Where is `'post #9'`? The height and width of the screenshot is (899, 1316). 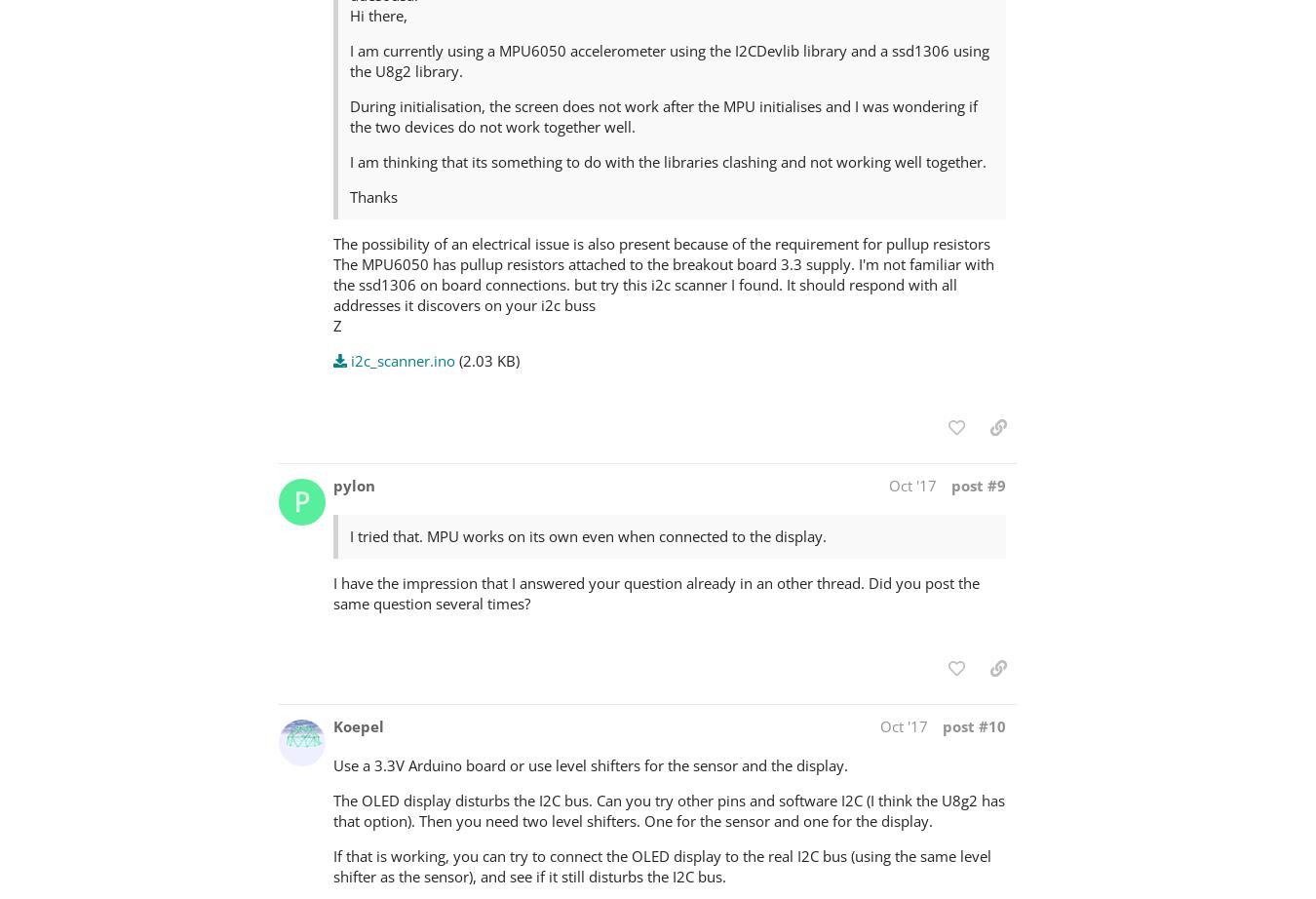
'post #9' is located at coordinates (977, 484).